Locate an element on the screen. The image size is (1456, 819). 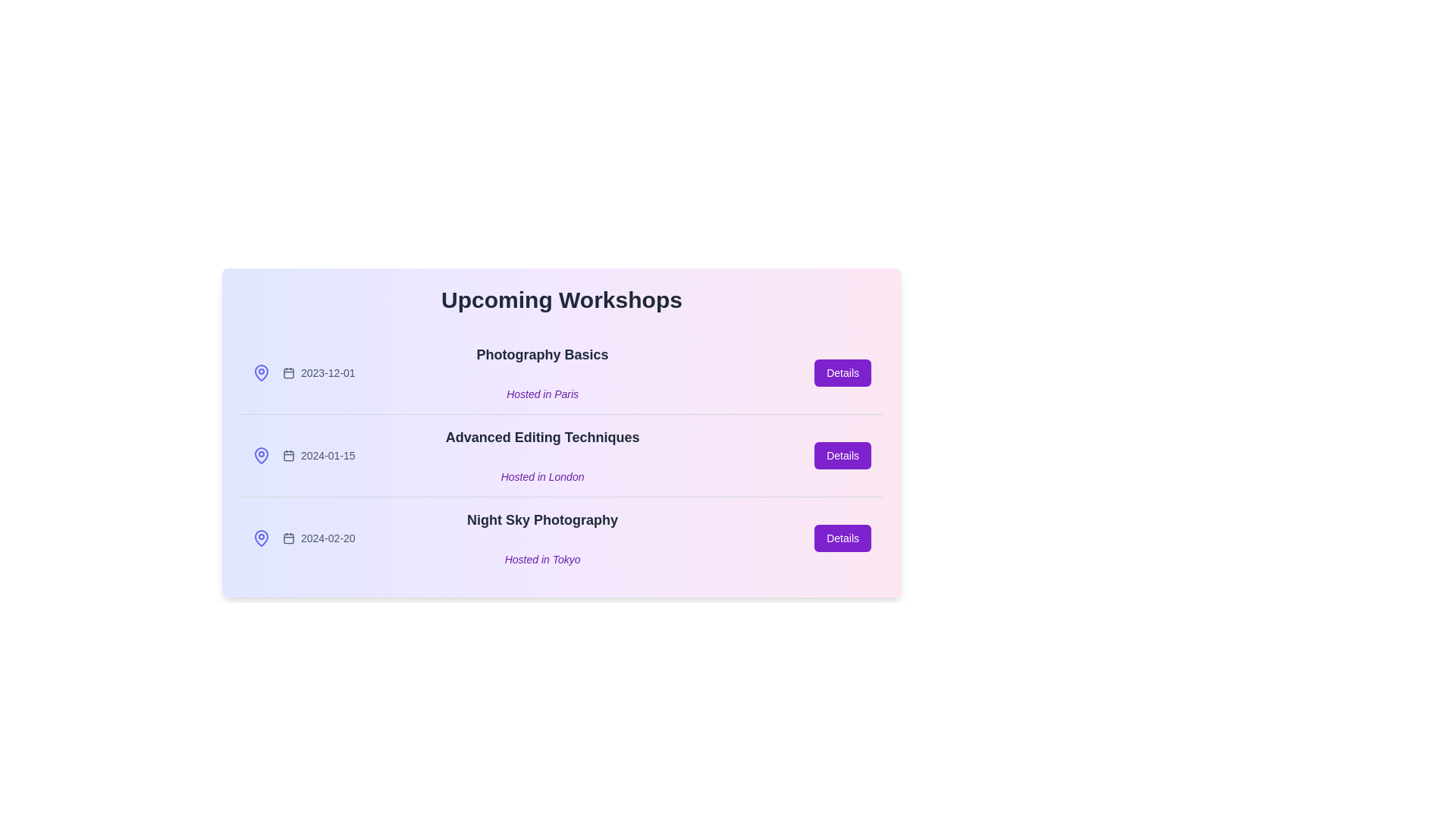
the workshop item corresponding to Advanced Editing Techniques is located at coordinates (560, 454).